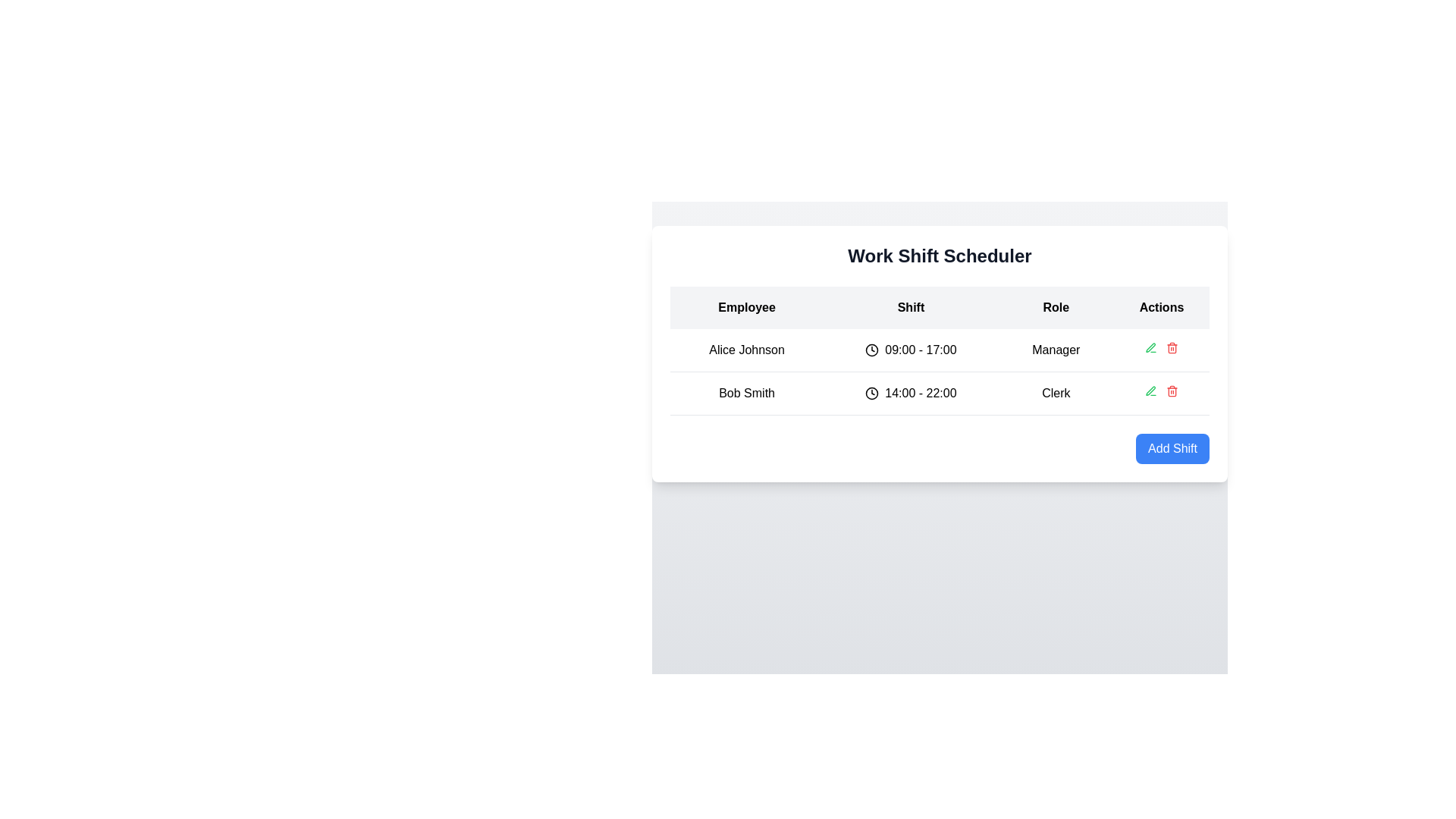 The width and height of the screenshot is (1456, 819). I want to click on the shift details of the employee in the first row of the 'Work Shift Scheduler' table, which contains columns for 'Employee', 'Shift', 'Role', and 'Actions', so click(939, 372).